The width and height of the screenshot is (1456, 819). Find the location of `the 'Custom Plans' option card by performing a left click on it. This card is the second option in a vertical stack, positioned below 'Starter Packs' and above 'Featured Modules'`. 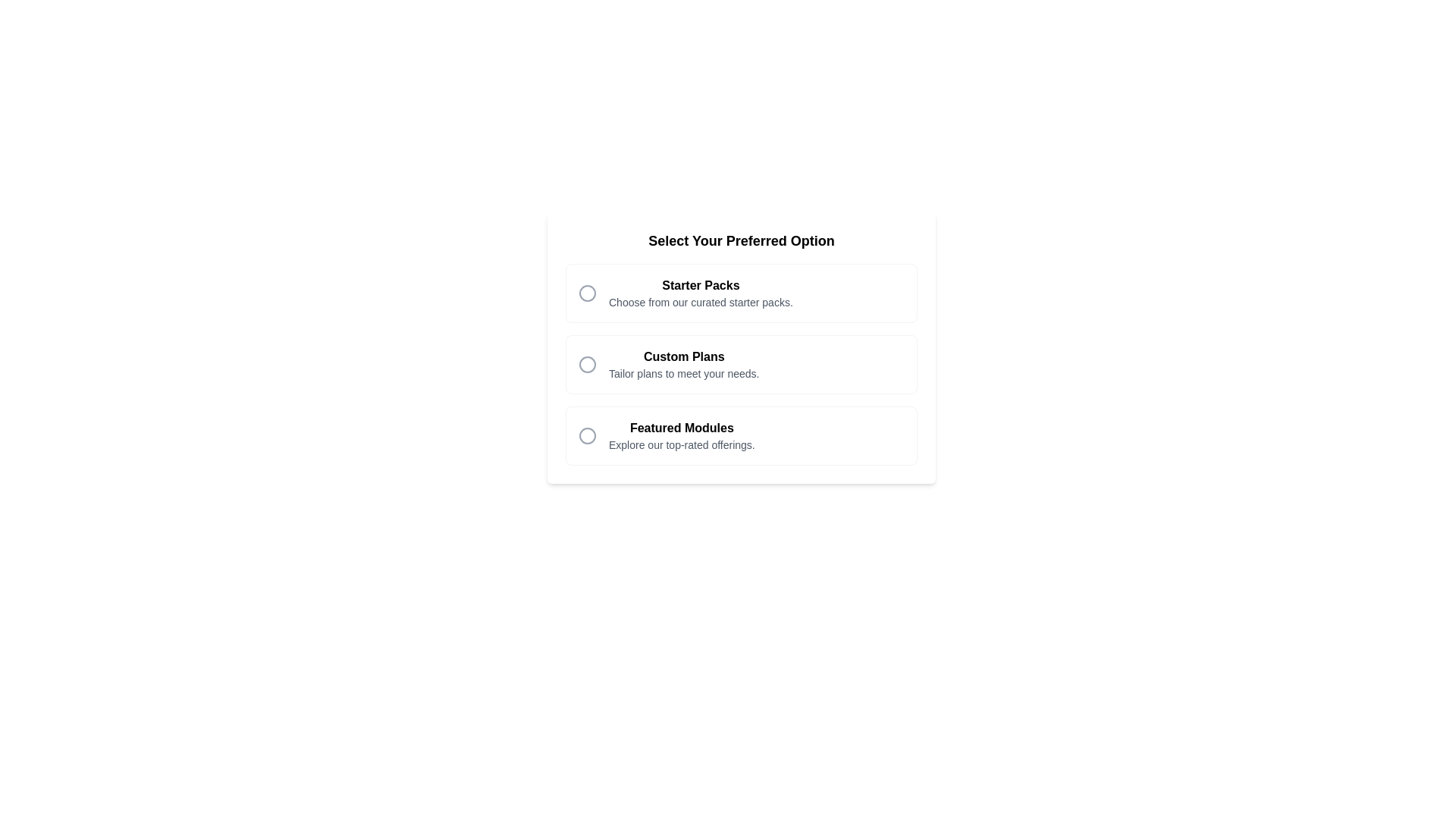

the 'Custom Plans' option card by performing a left click on it. This card is the second option in a vertical stack, positioned below 'Starter Packs' and above 'Featured Modules' is located at coordinates (742, 365).